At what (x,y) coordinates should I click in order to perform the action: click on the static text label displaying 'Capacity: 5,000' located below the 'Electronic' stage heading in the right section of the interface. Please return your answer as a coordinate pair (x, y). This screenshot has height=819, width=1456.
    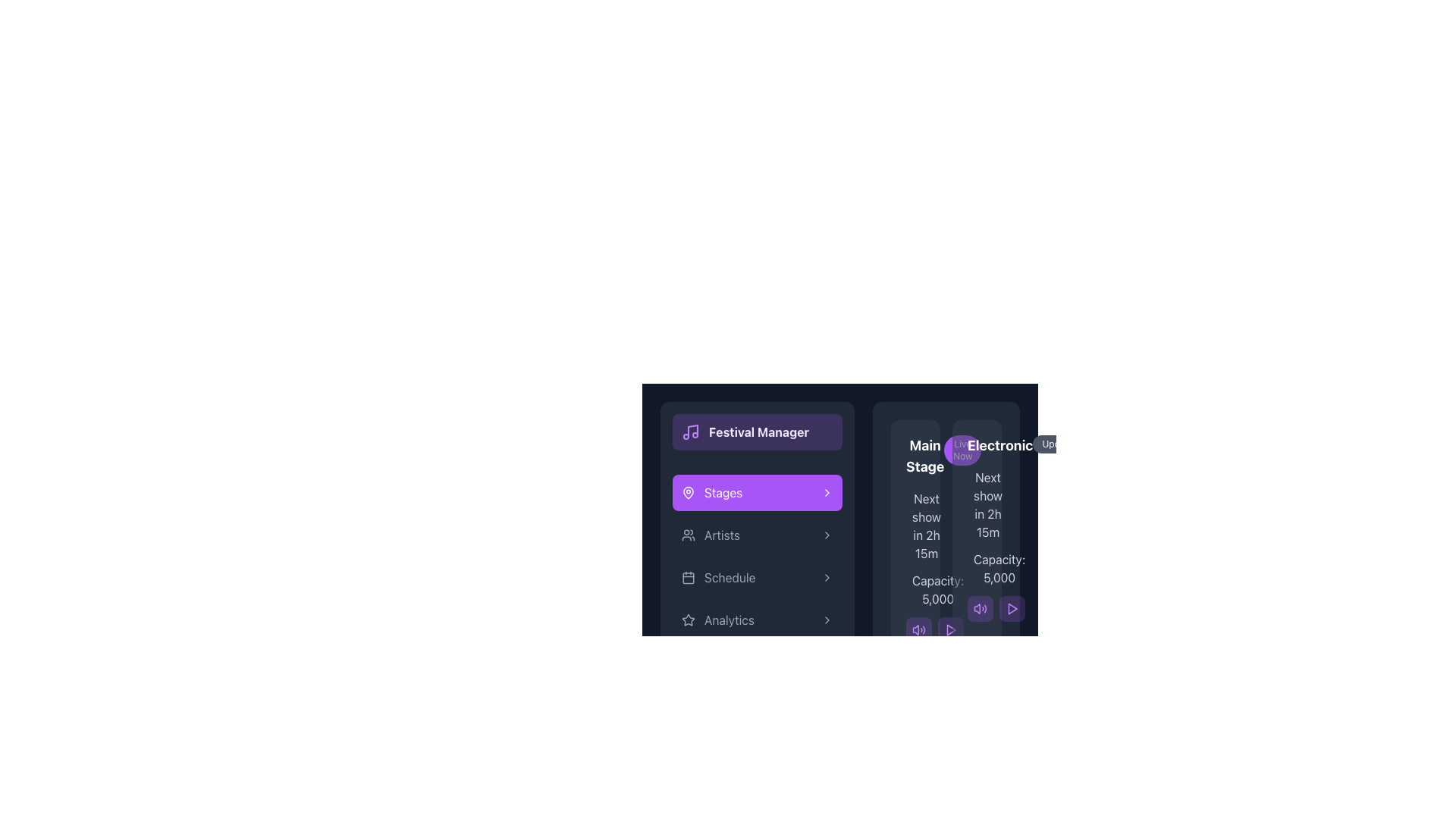
    Looking at the image, I should click on (999, 568).